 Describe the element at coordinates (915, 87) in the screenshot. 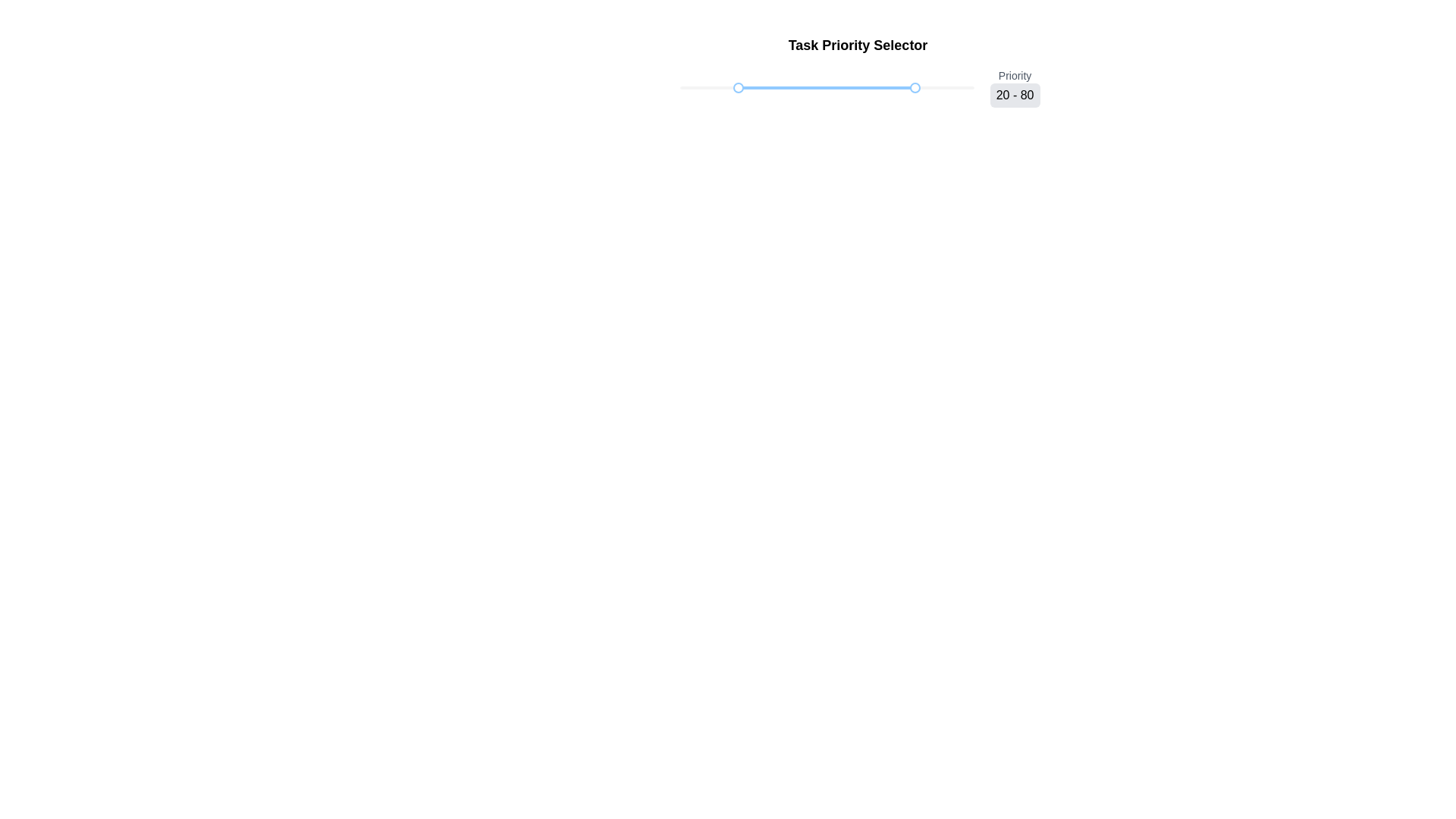

I see `on the second slider handle located on the right side of the slider track, adjacent` at that location.